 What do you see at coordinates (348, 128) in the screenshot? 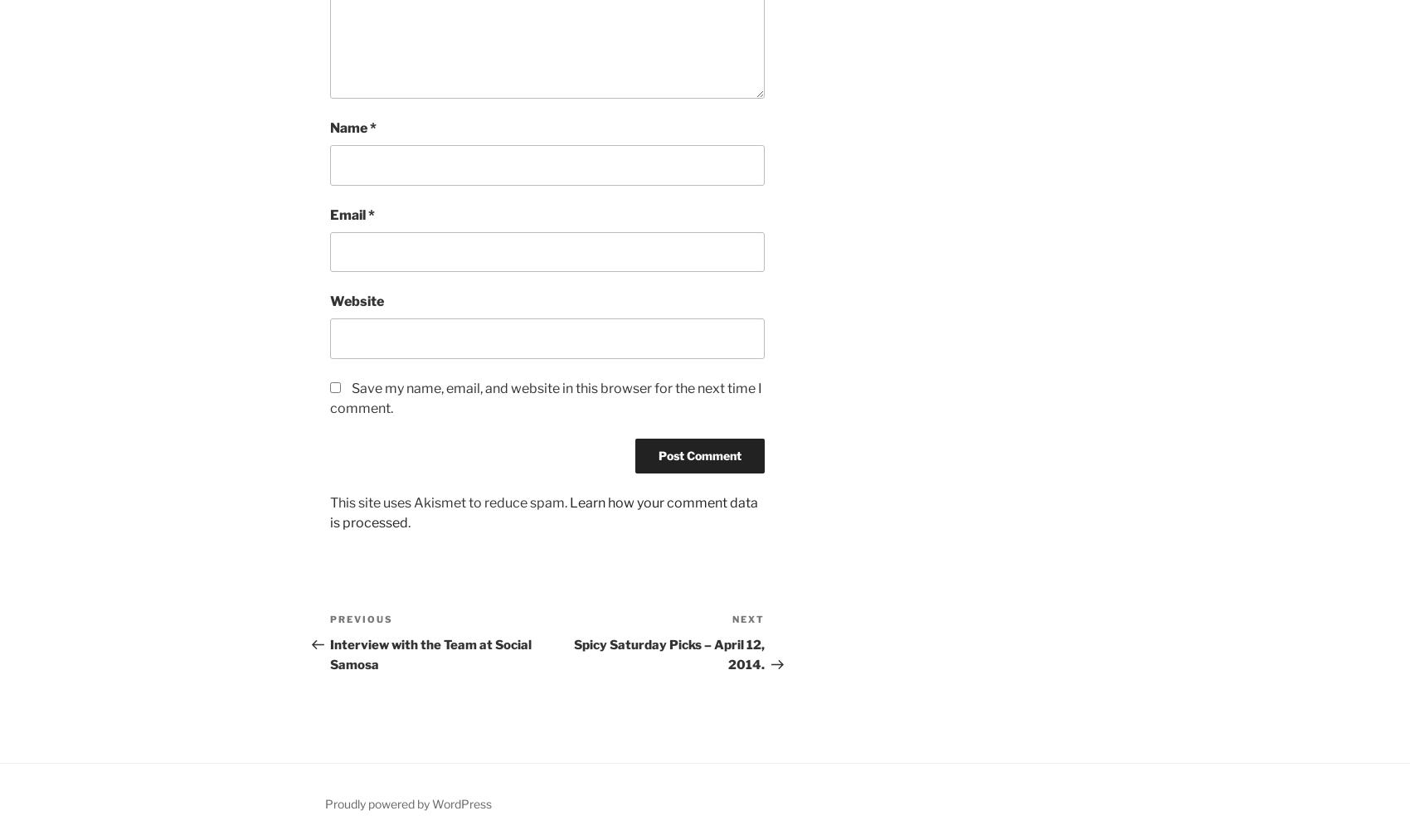
I see `'Name'` at bounding box center [348, 128].